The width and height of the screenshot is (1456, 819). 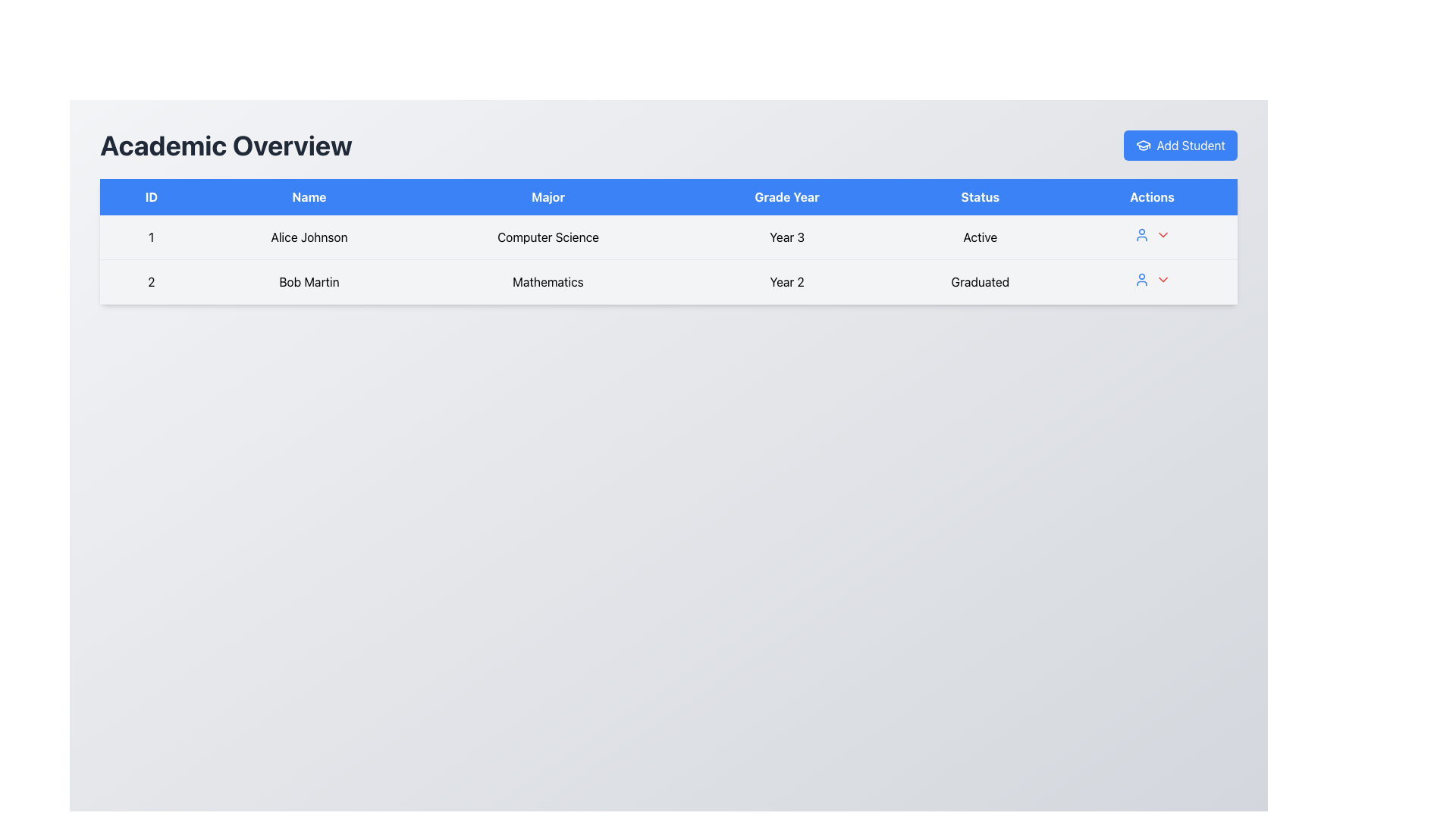 I want to click on the graduation cap icon positioned to the left of the 'Add Student' text in the top-right button of the interface, so click(x=1143, y=146).